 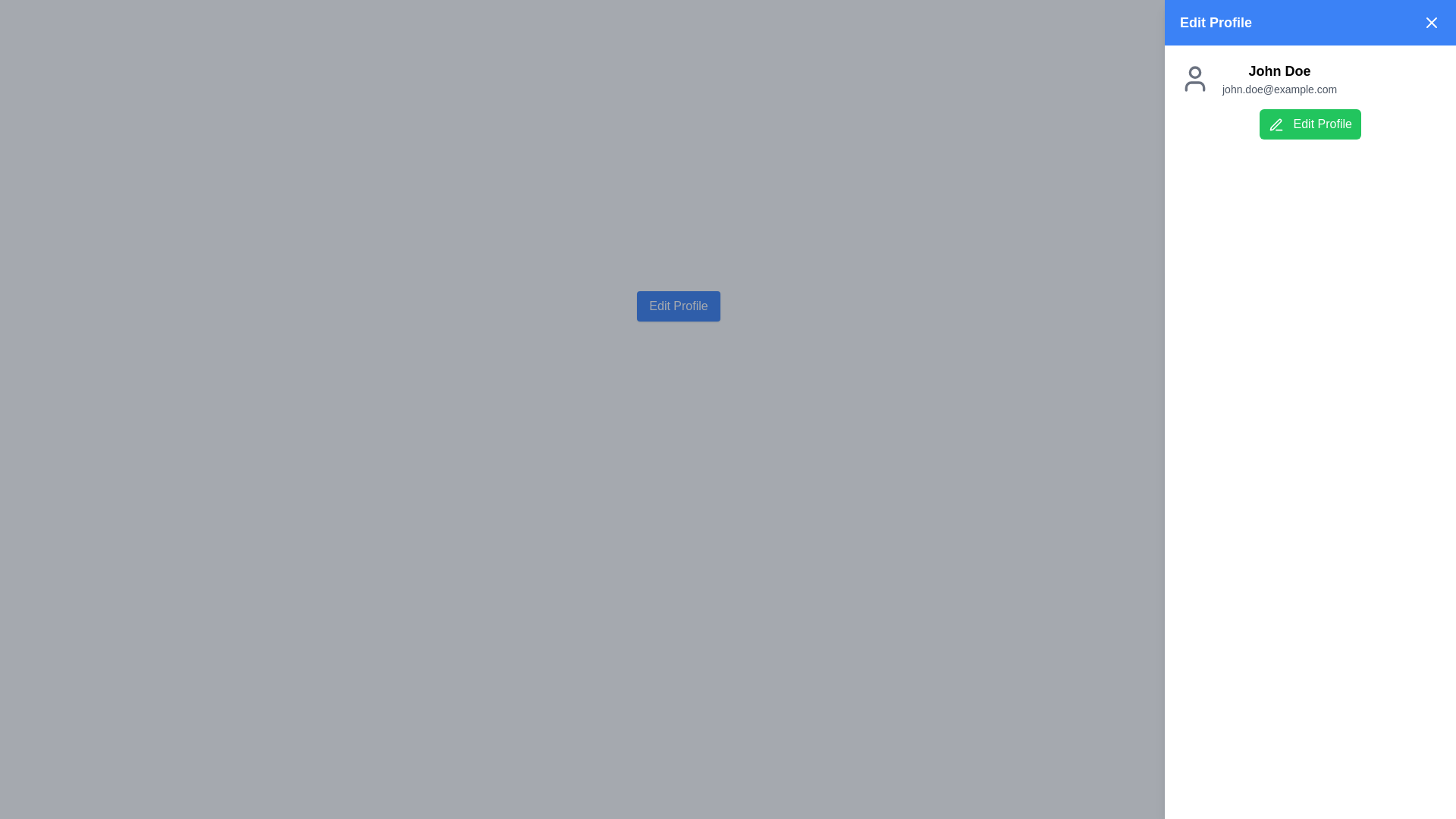 What do you see at coordinates (1310, 79) in the screenshot?
I see `the User Information Display located in the top-right section of the interface, which shows the user's name and email address, positioned above the 'Edit Profile' button` at bounding box center [1310, 79].